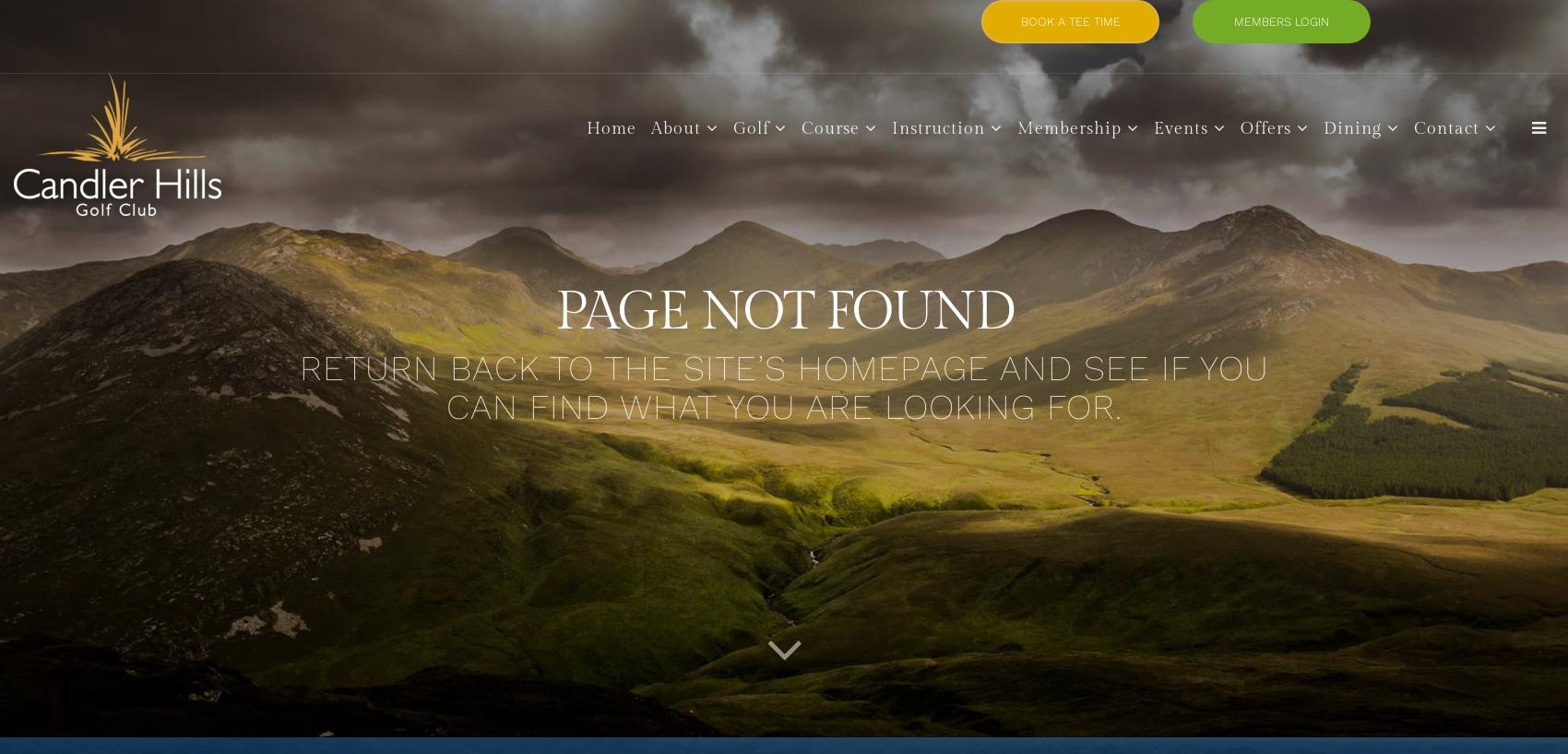 Image resolution: width=1568 pixels, height=754 pixels. I want to click on 'PAGE NOT FOUND', so click(782, 311).